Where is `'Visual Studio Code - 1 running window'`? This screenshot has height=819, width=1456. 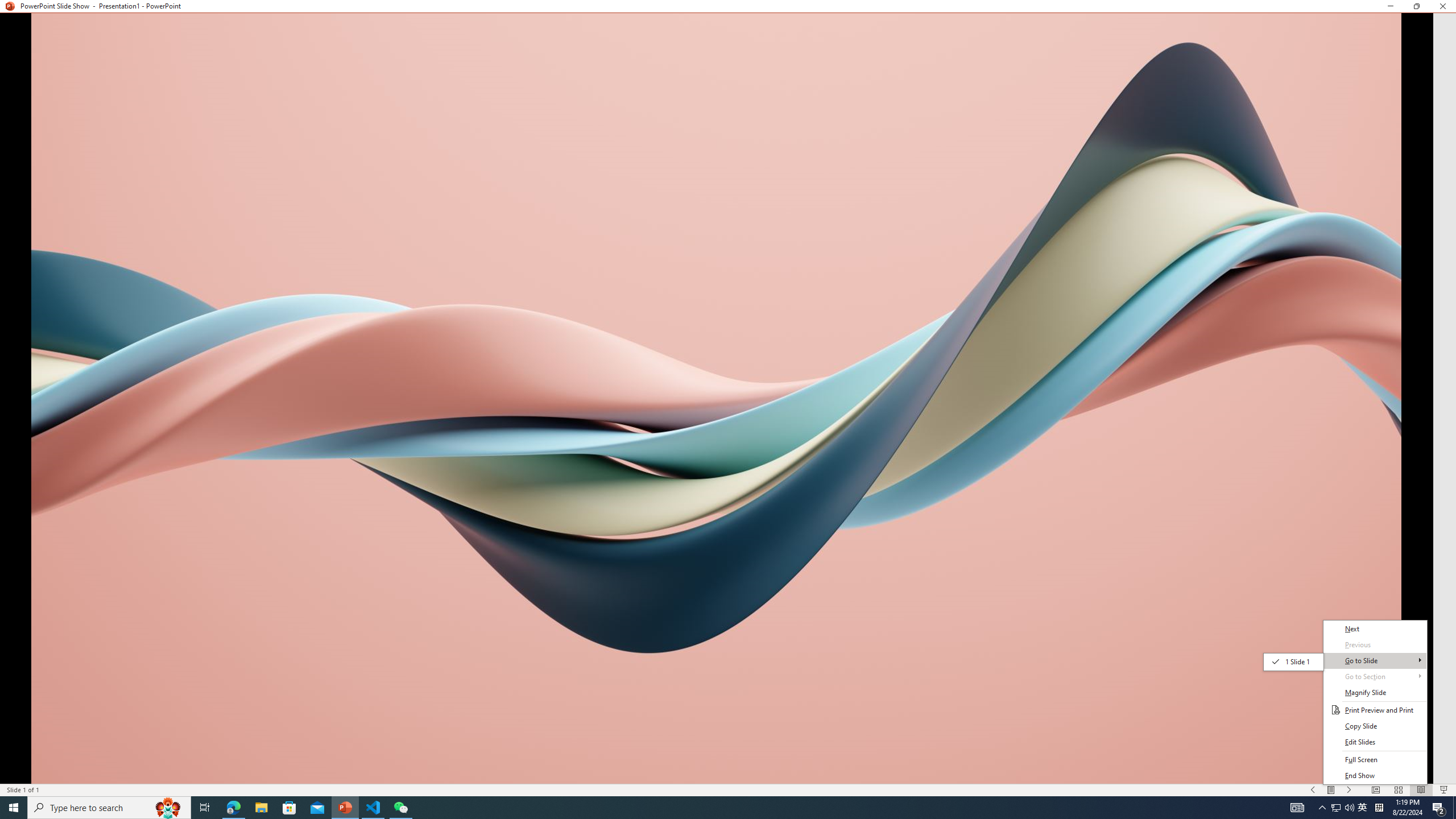
'Visual Studio Code - 1 running window' is located at coordinates (373, 806).